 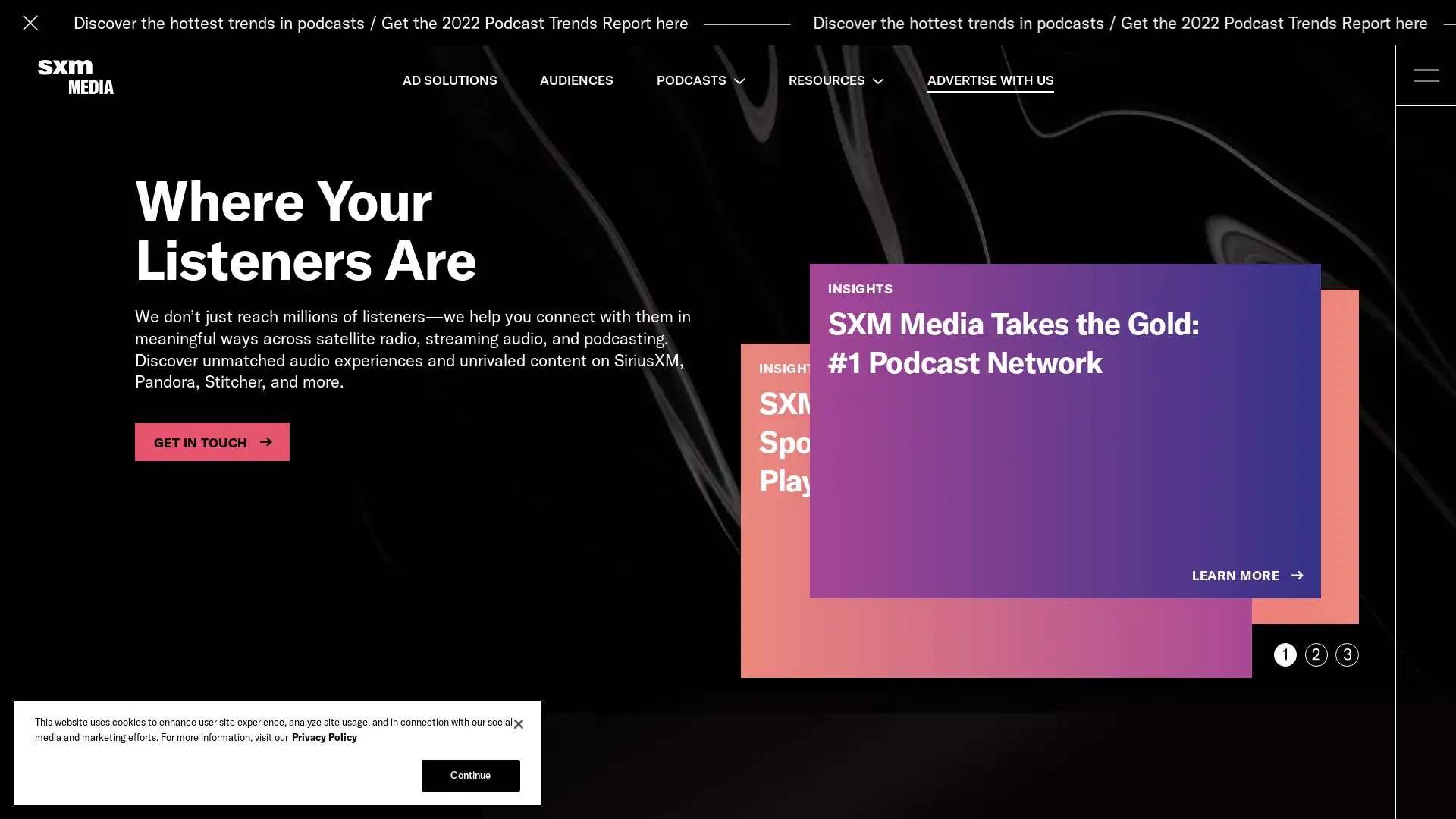 I want to click on 1, so click(x=1284, y=654).